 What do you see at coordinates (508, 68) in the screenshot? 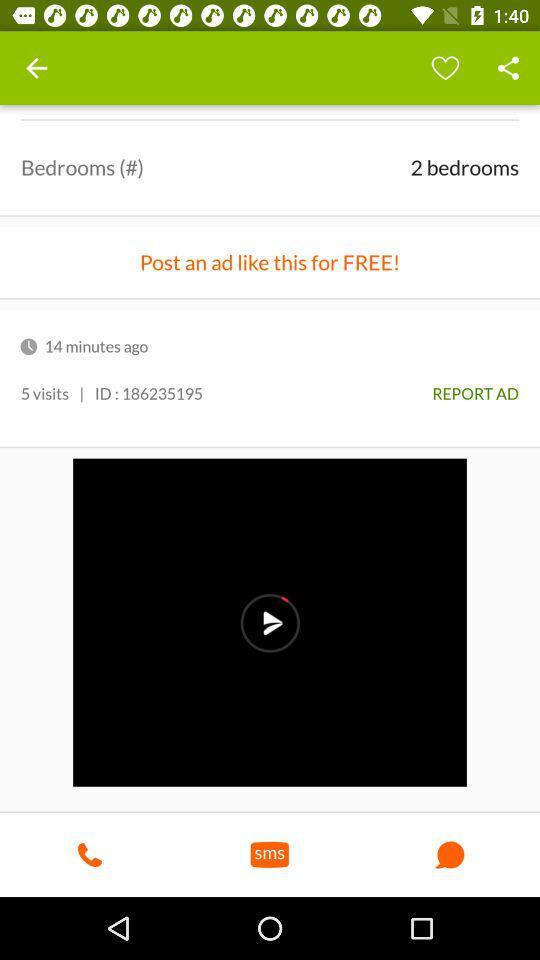
I see `share button` at bounding box center [508, 68].